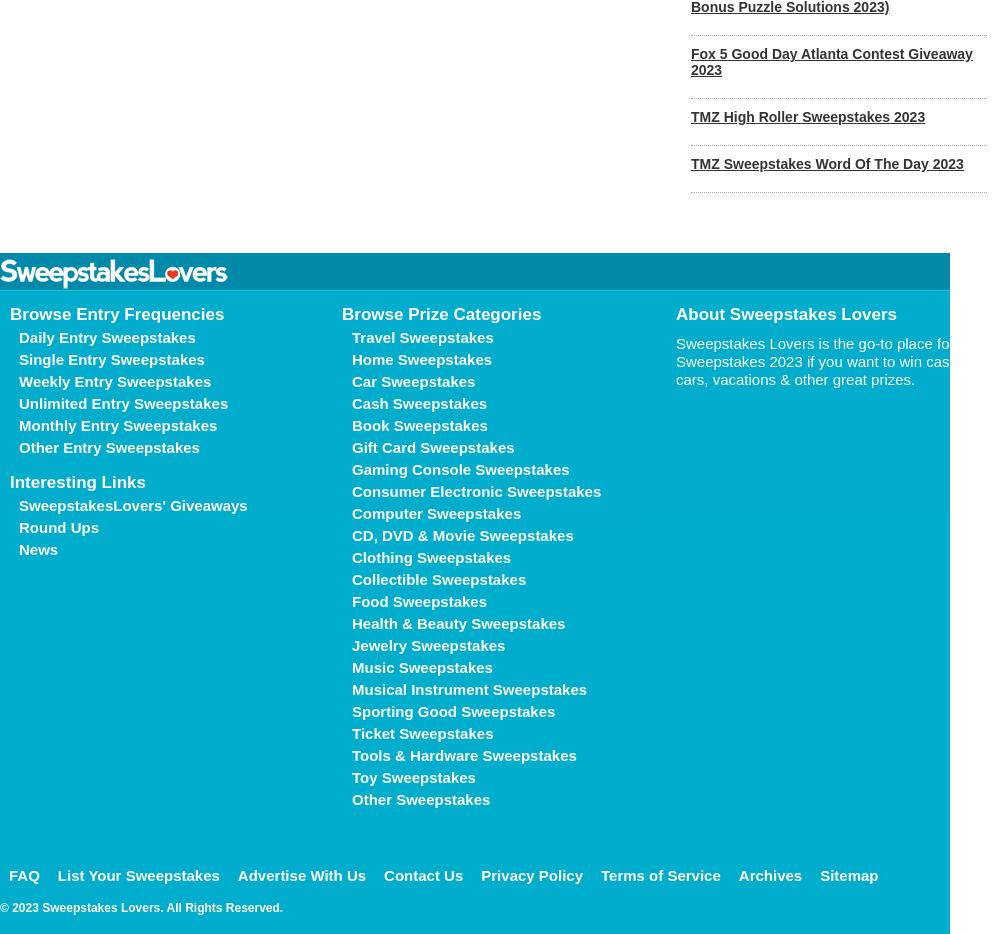  I want to click on 'Gaming Console Sweepstakes', so click(459, 468).